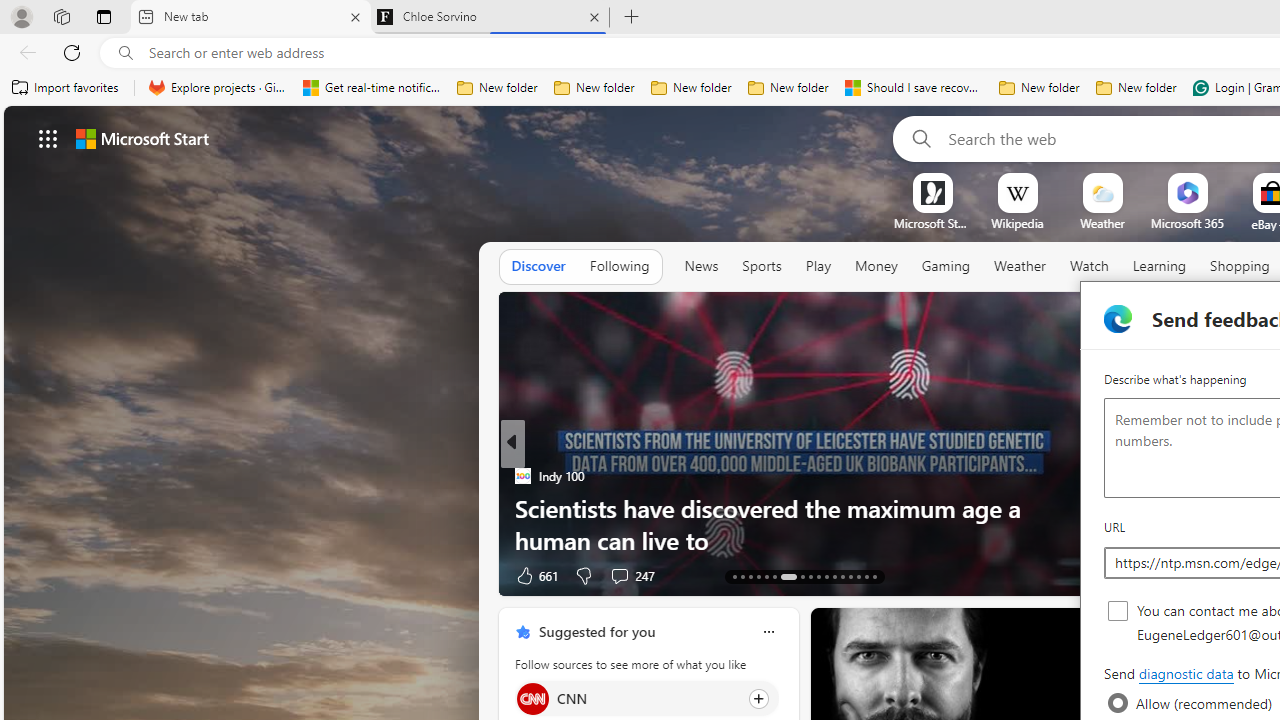  What do you see at coordinates (826, 577) in the screenshot?
I see `'AutomationID: tab-23'` at bounding box center [826, 577].